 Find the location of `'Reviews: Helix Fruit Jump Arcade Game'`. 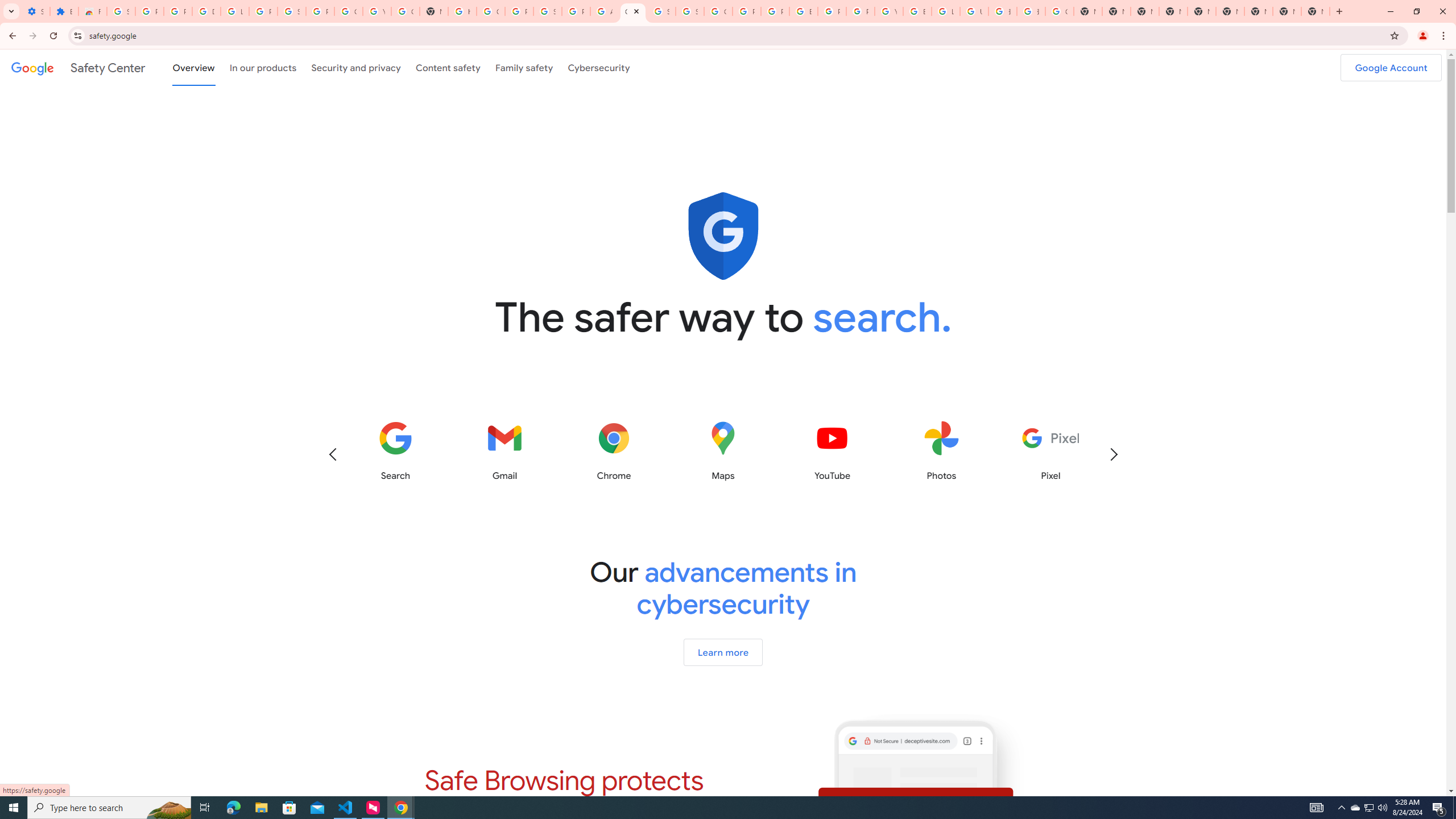

'Reviews: Helix Fruit Jump Arcade Game' is located at coordinates (92, 11).